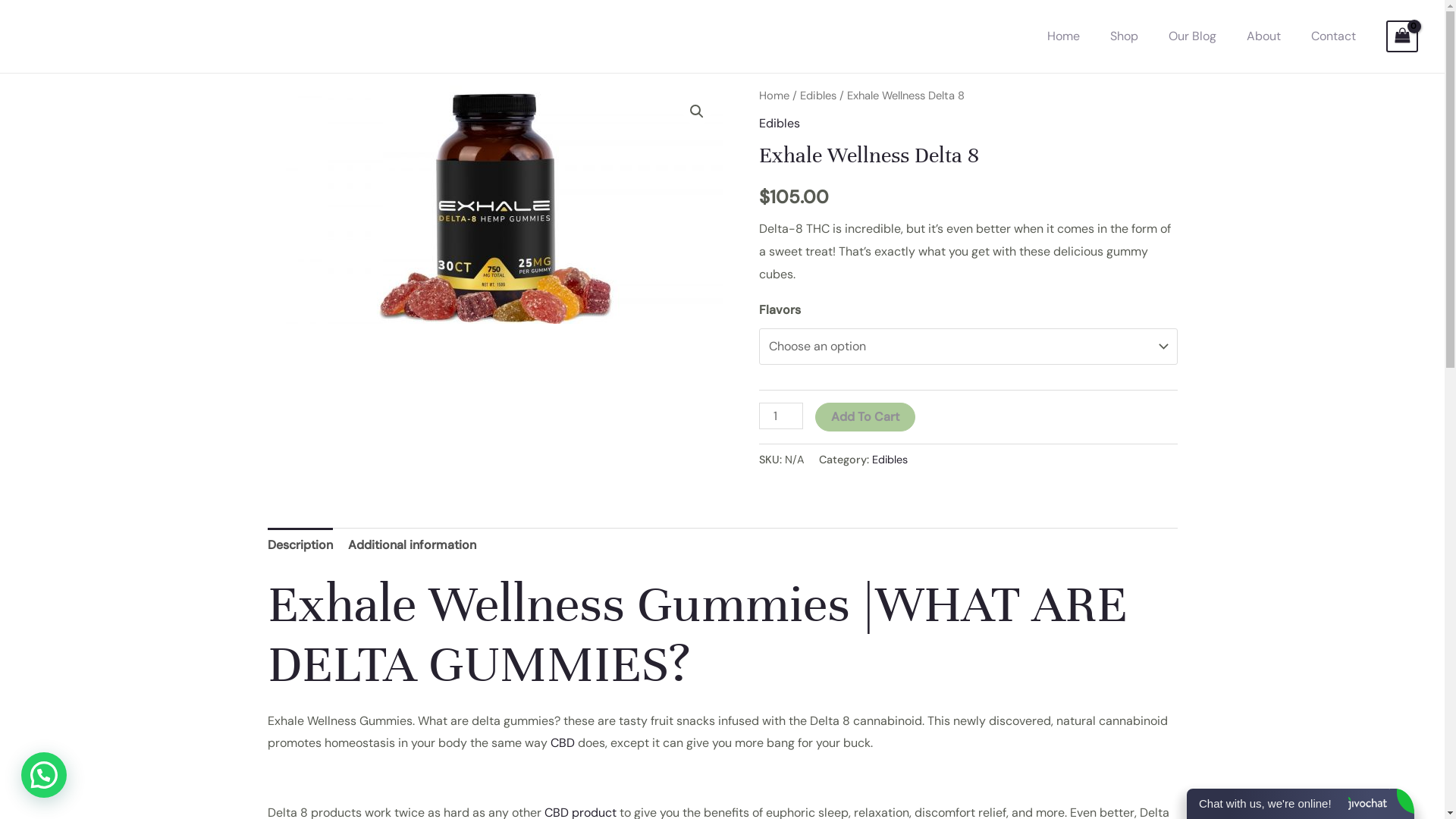  What do you see at coordinates (562, 742) in the screenshot?
I see `'CBD'` at bounding box center [562, 742].